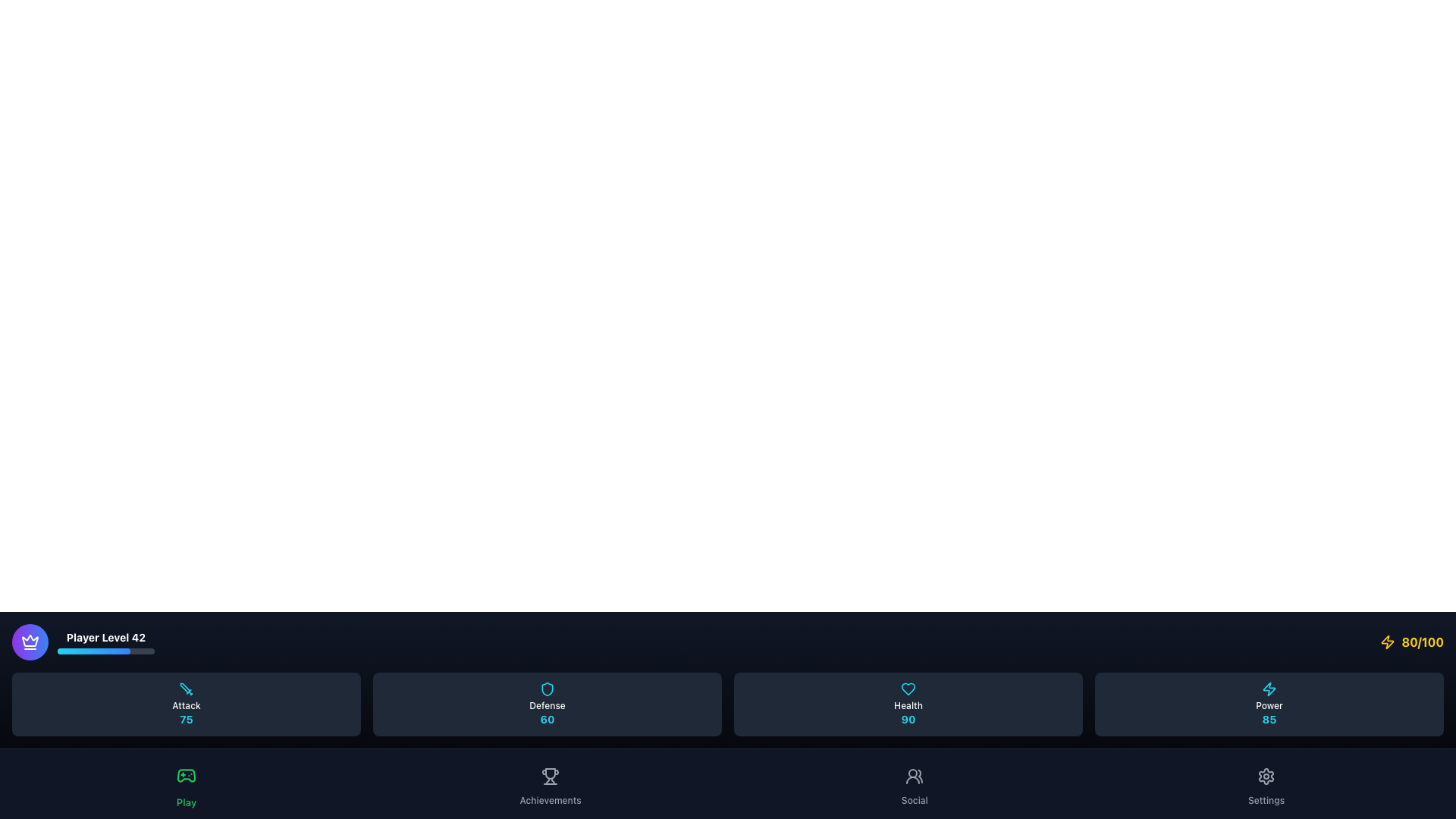 Image resolution: width=1456 pixels, height=819 pixels. What do you see at coordinates (550, 776) in the screenshot?
I see `the trophy icon button located` at bounding box center [550, 776].